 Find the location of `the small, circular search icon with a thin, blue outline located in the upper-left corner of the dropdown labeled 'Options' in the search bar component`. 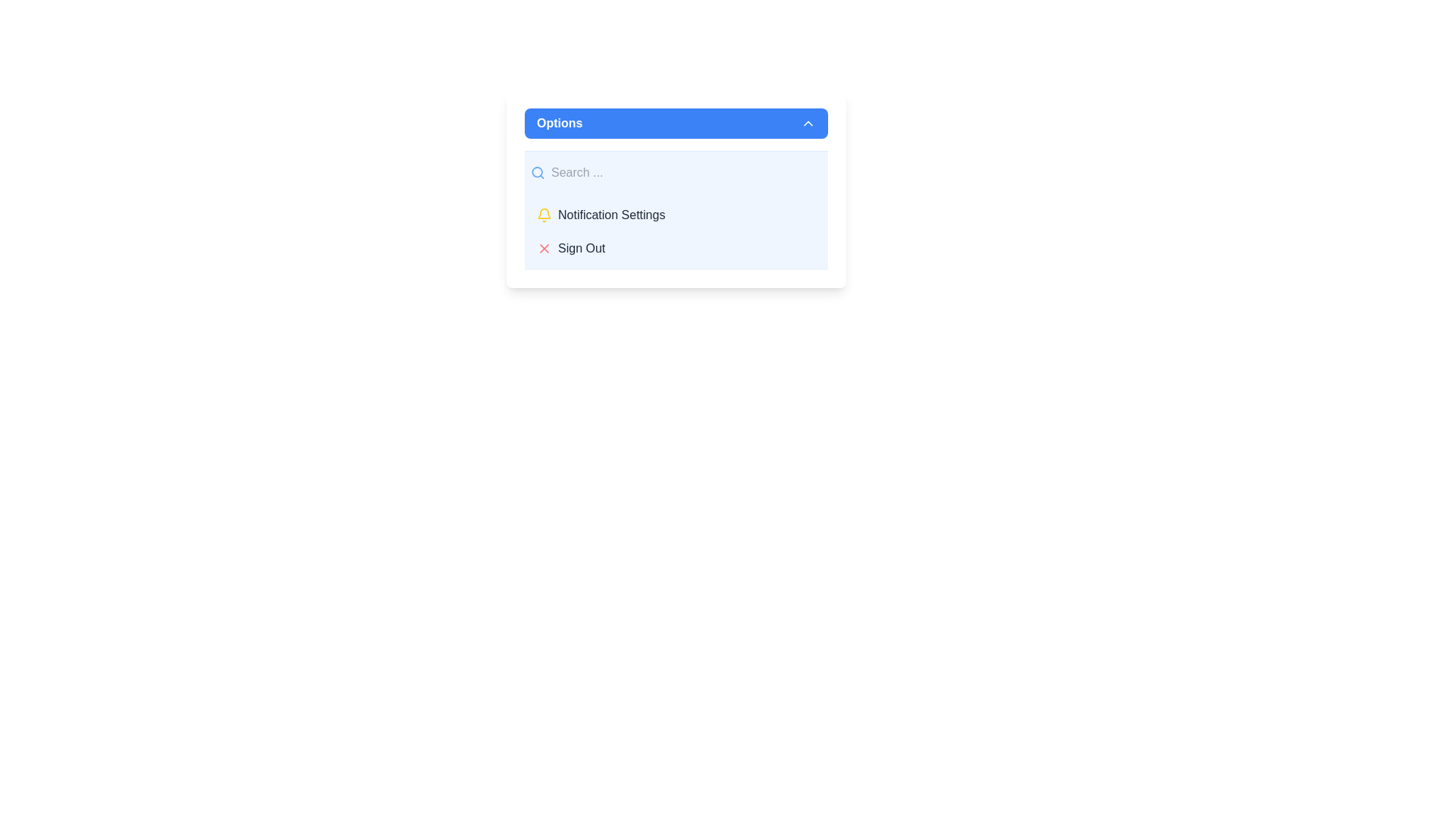

the small, circular search icon with a thin, blue outline located in the upper-left corner of the dropdown labeled 'Options' in the search bar component is located at coordinates (538, 171).